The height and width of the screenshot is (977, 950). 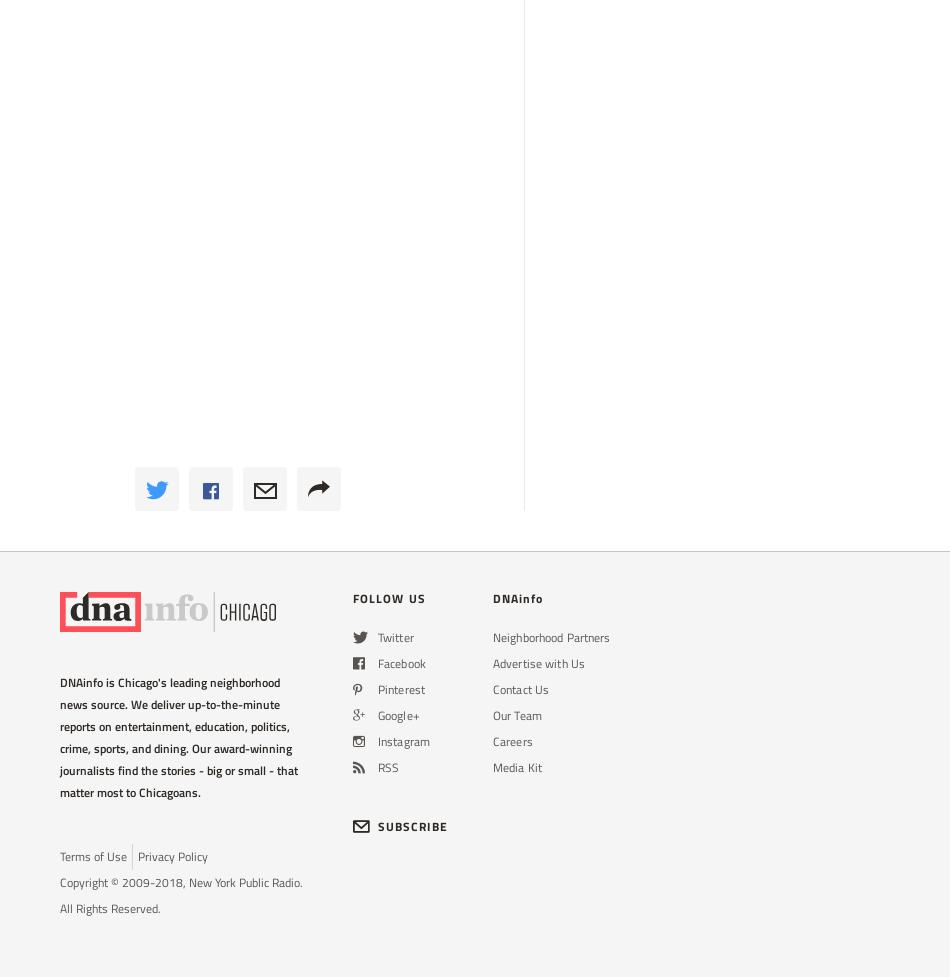 What do you see at coordinates (178, 737) in the screenshot?
I see `'DNAinfo is Chicago's leading neighborhood news source. We deliver up-to-the-minute reports on entertainment, education, politics, crime, sports, and dining. Our award-winning journalists find the stories - big or small - that matter most to Chicagoans.'` at bounding box center [178, 737].